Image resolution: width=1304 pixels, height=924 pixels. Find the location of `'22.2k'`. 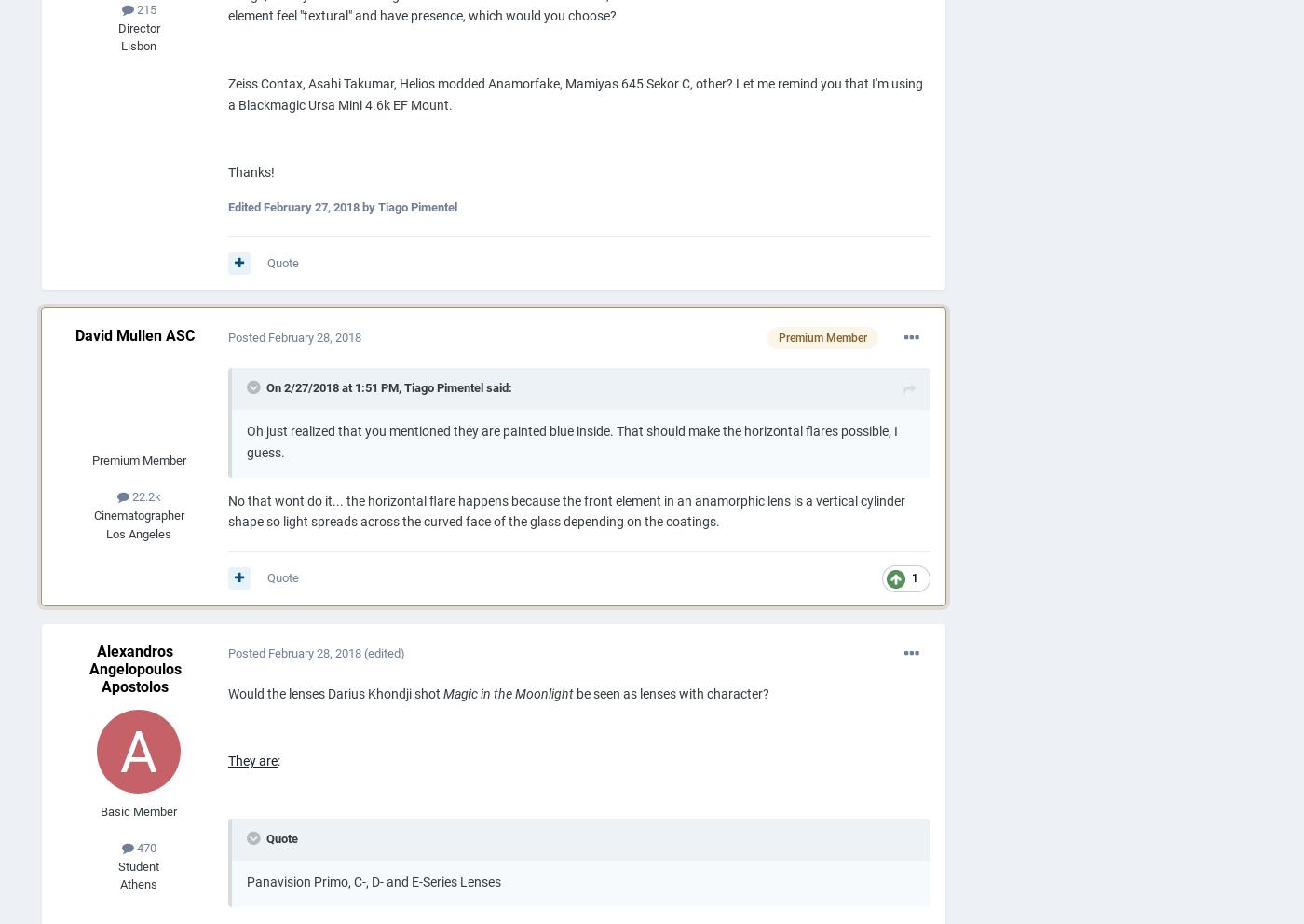

'22.2k' is located at coordinates (143, 496).